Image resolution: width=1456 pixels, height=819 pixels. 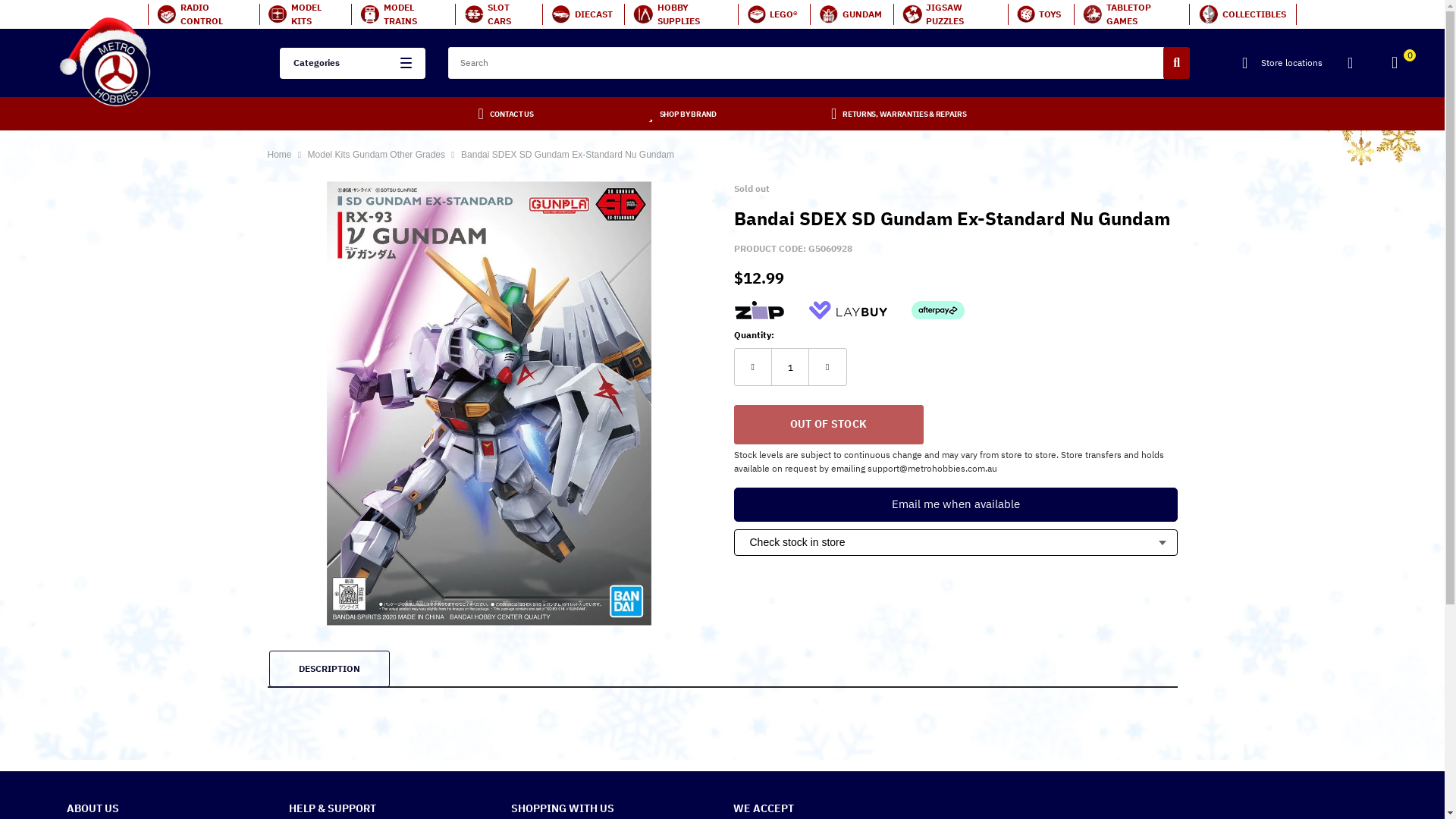 I want to click on 'DESCRIPTION', so click(x=328, y=668).